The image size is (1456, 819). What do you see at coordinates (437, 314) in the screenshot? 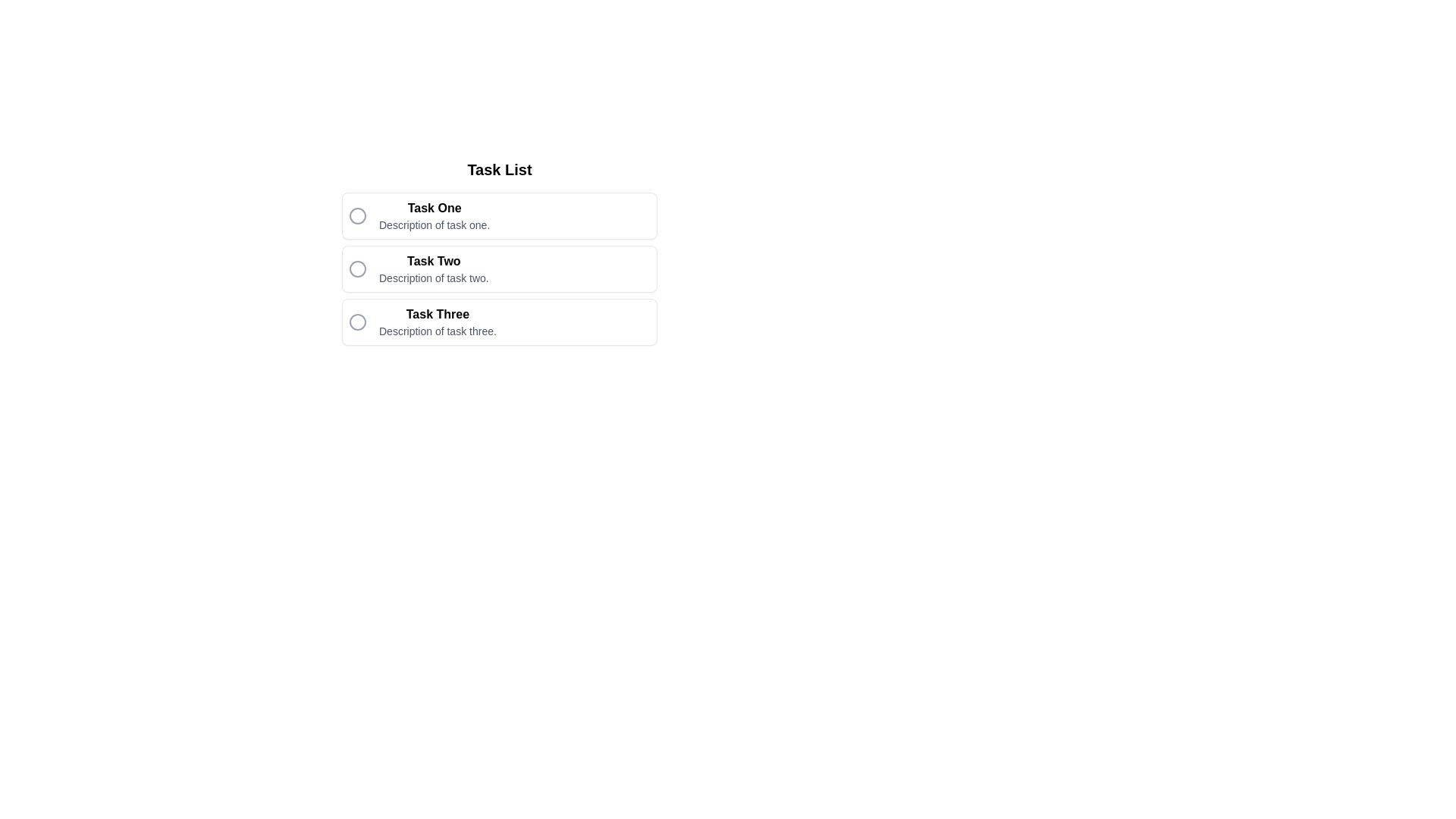
I see `bold text label 'Task Three' located in the third row of the 'Task List', positioned above its corresponding description` at bounding box center [437, 314].